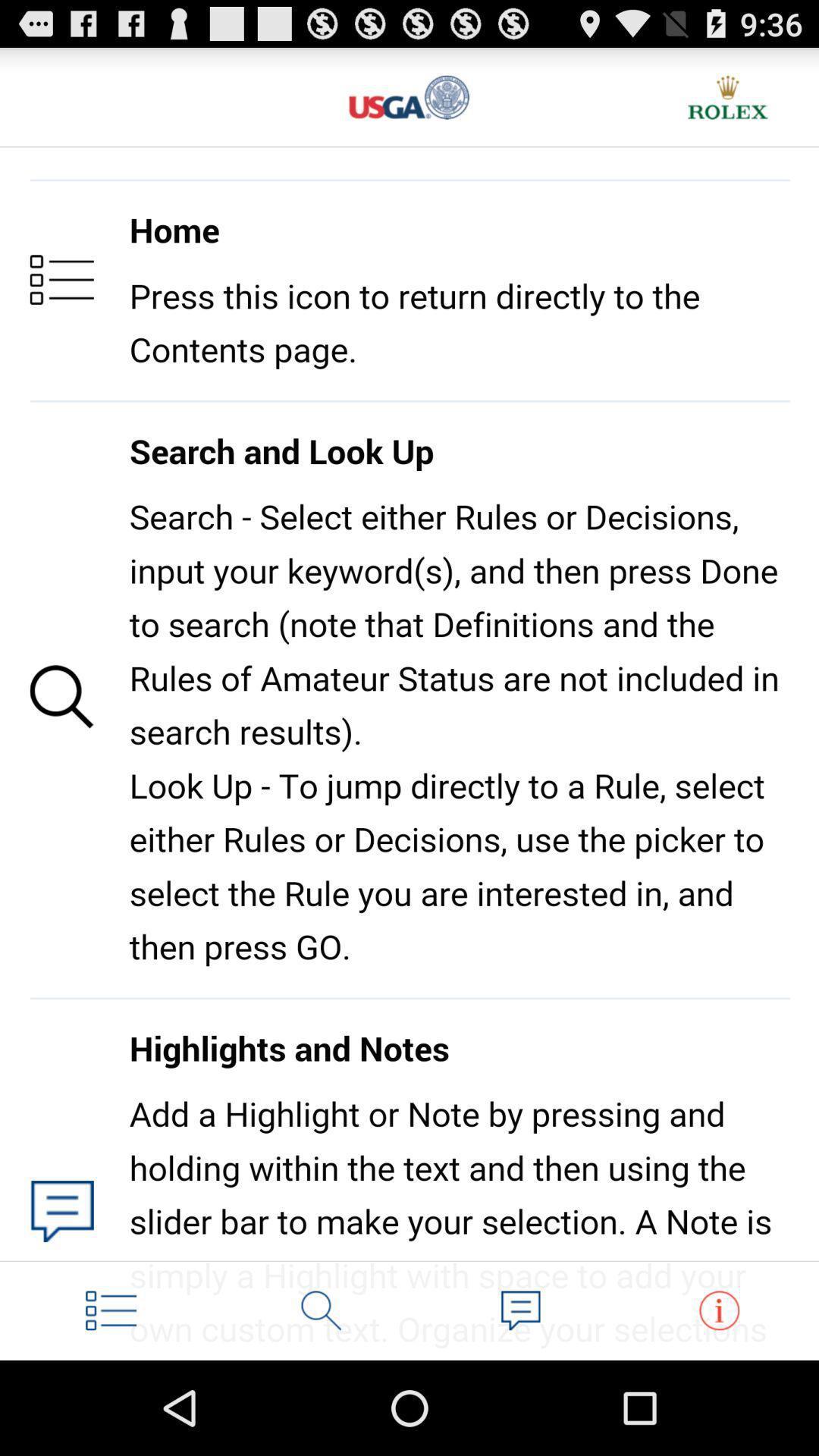  I want to click on visit rolex site, so click(727, 96).